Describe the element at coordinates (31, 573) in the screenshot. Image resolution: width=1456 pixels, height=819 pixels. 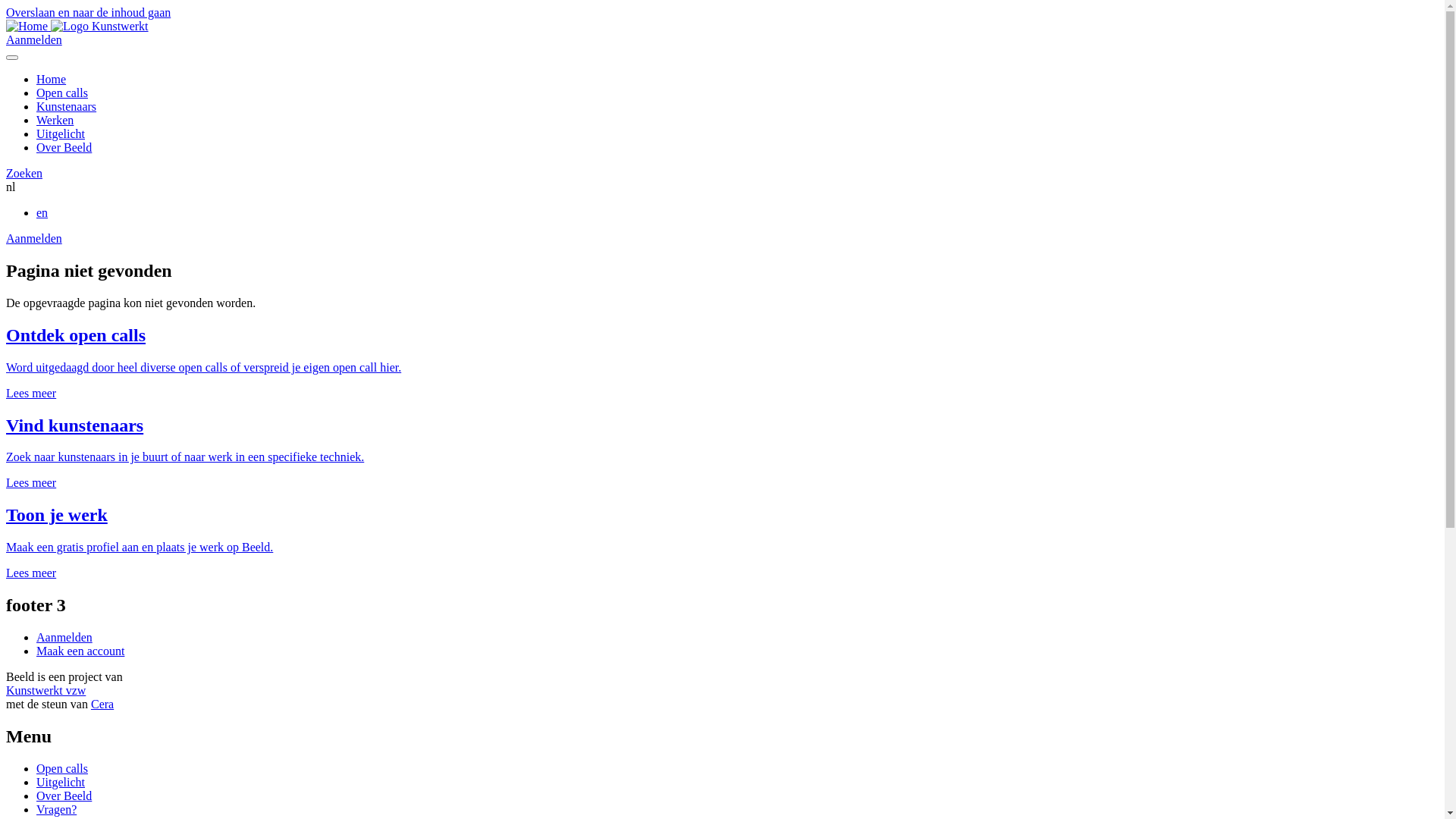
I see `'Lees meer'` at that location.